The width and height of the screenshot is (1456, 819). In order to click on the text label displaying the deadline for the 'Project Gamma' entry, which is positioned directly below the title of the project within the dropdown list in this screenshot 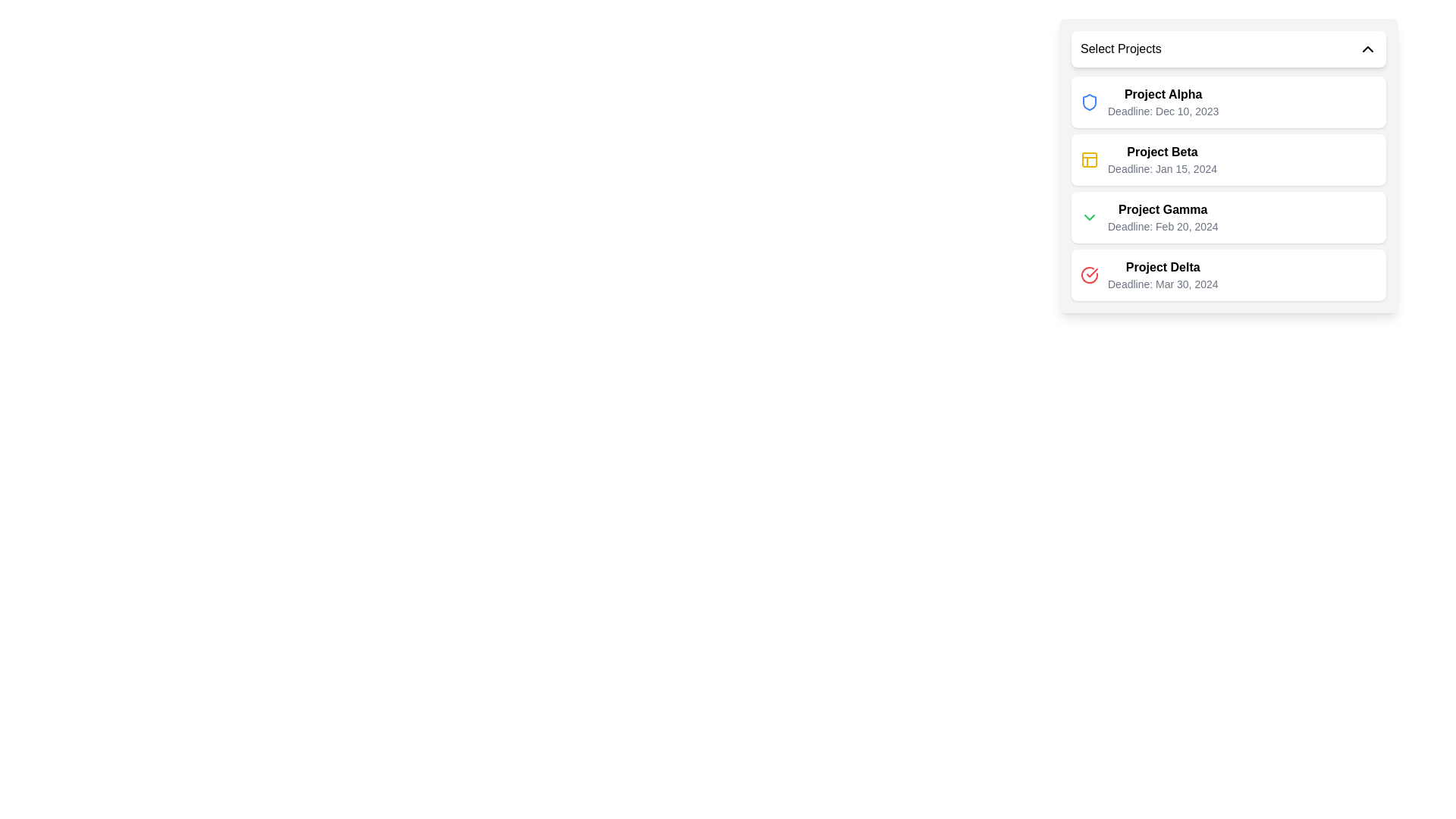, I will do `click(1162, 227)`.